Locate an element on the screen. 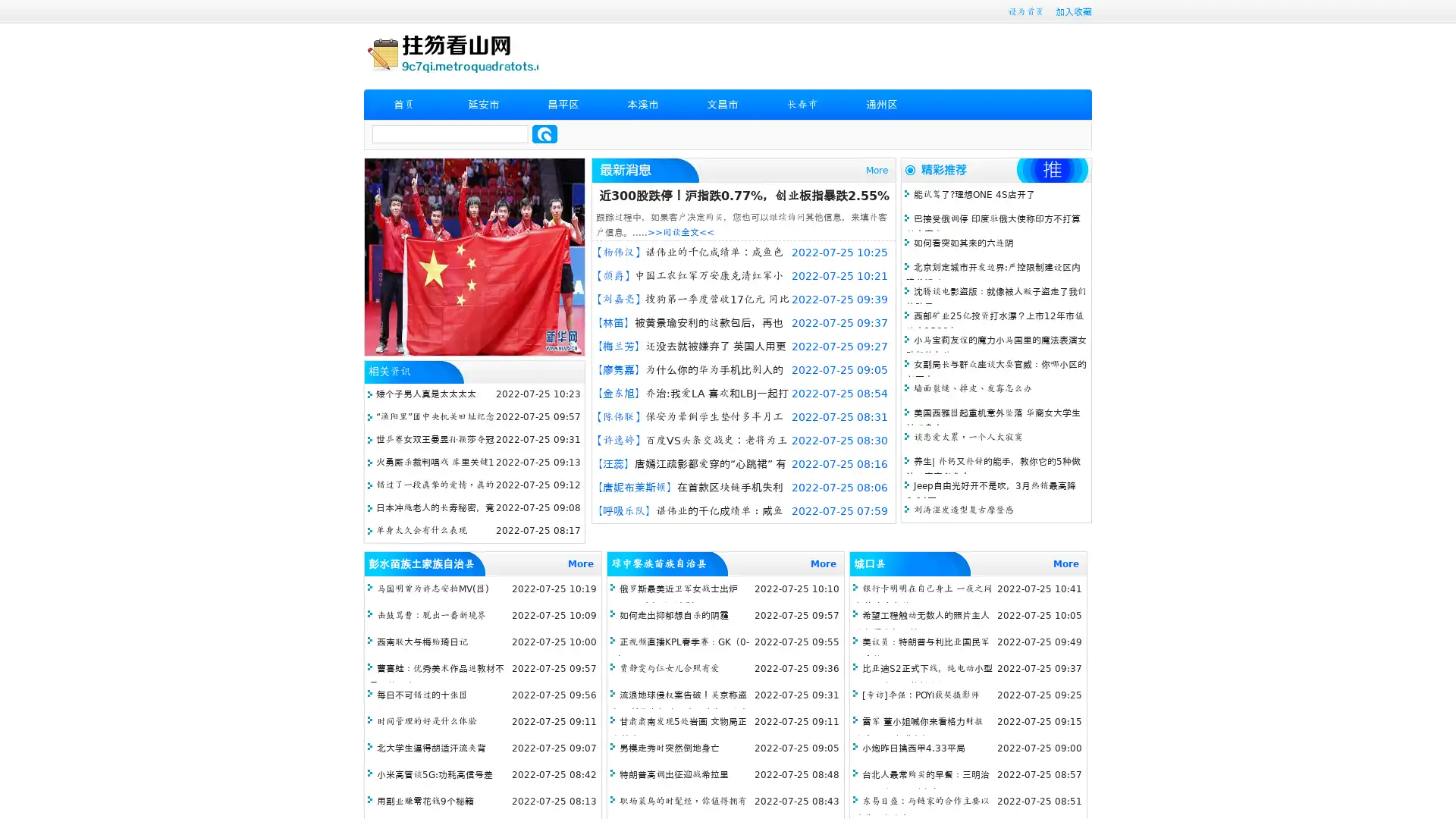 The image size is (1456, 819). Search is located at coordinates (544, 133).